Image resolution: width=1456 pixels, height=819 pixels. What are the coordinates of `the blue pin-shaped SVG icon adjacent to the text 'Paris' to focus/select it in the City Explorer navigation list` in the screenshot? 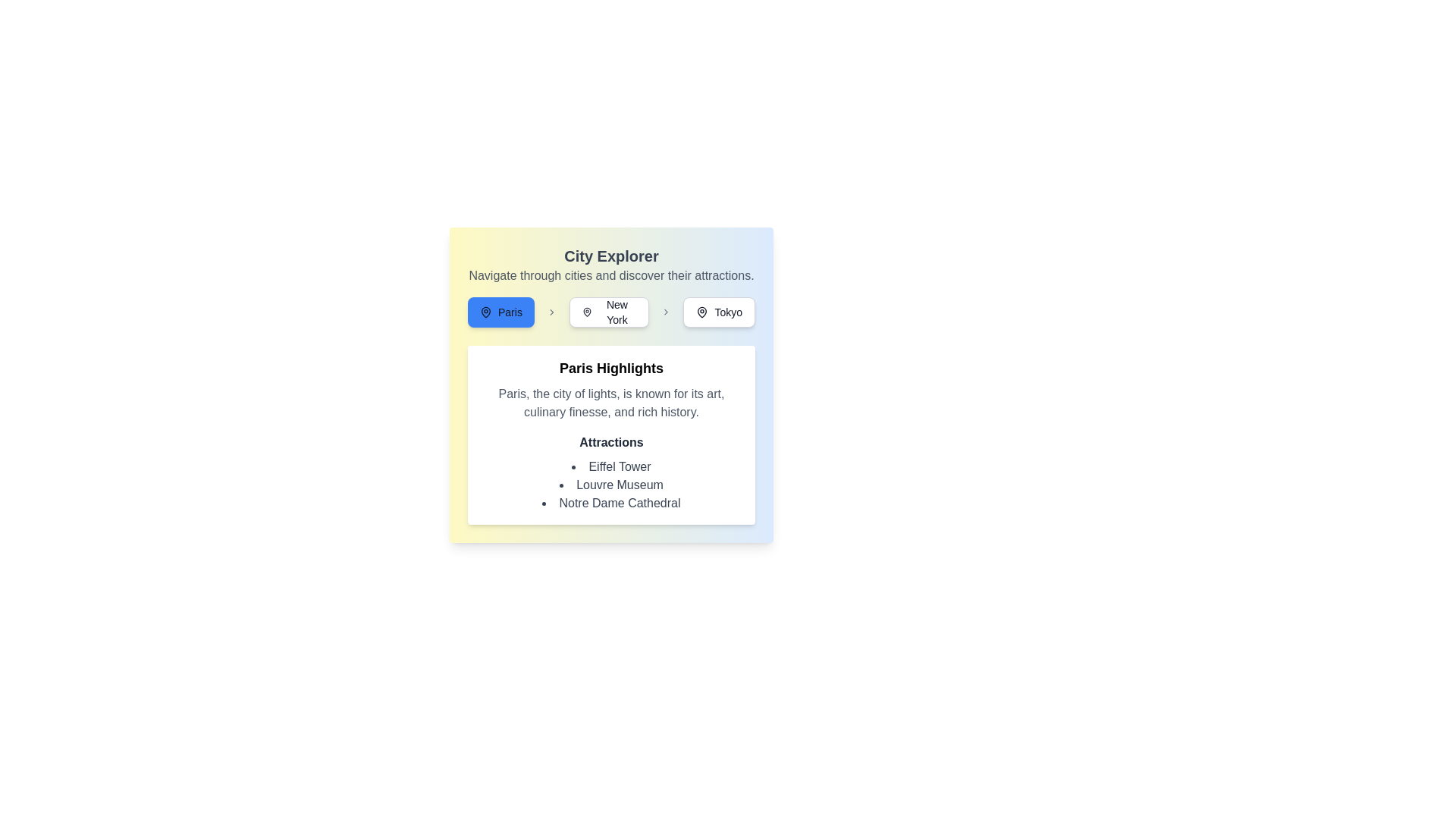 It's located at (486, 311).